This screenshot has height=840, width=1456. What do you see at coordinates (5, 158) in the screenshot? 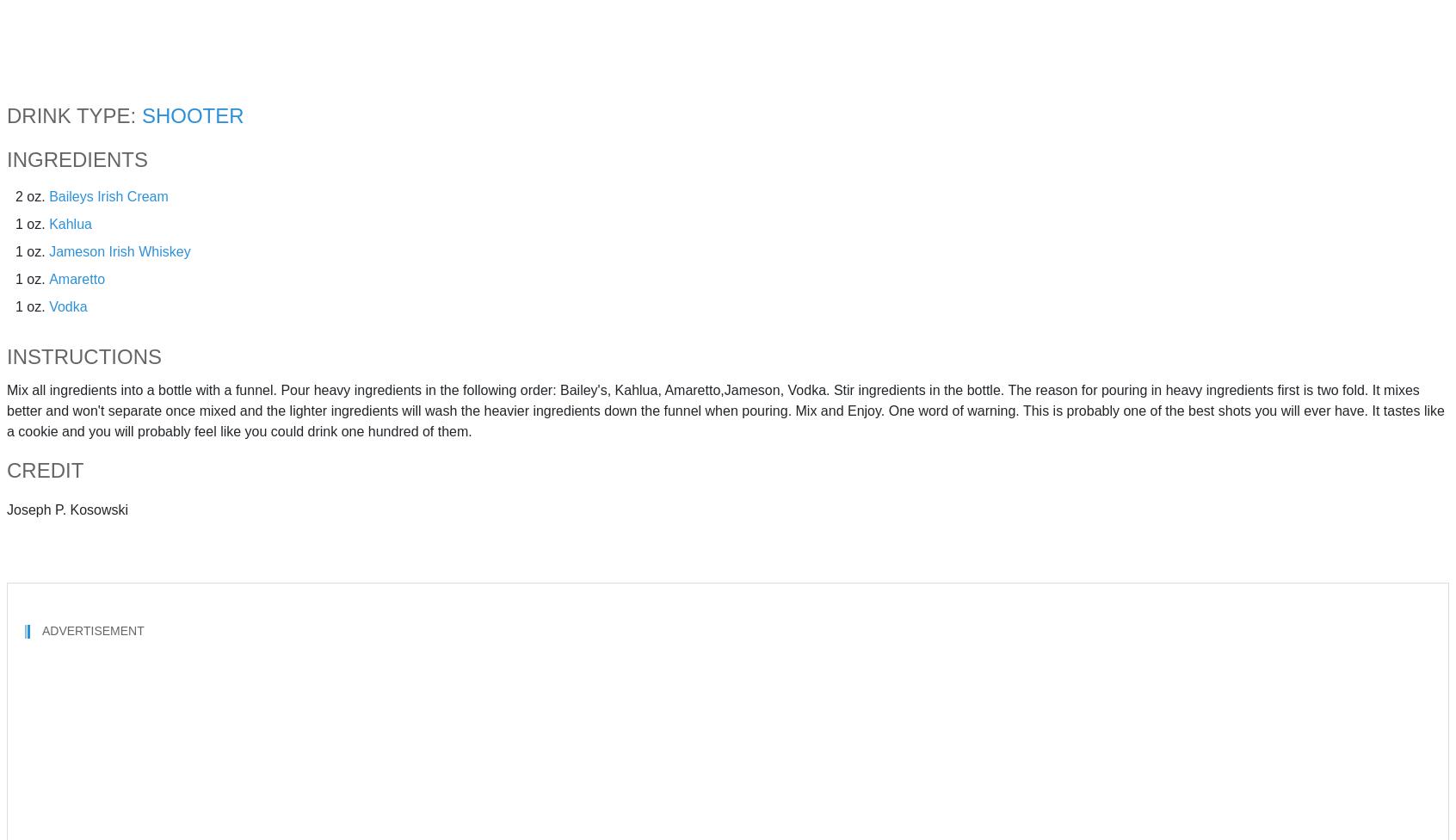
I see `'Ingredients'` at bounding box center [5, 158].